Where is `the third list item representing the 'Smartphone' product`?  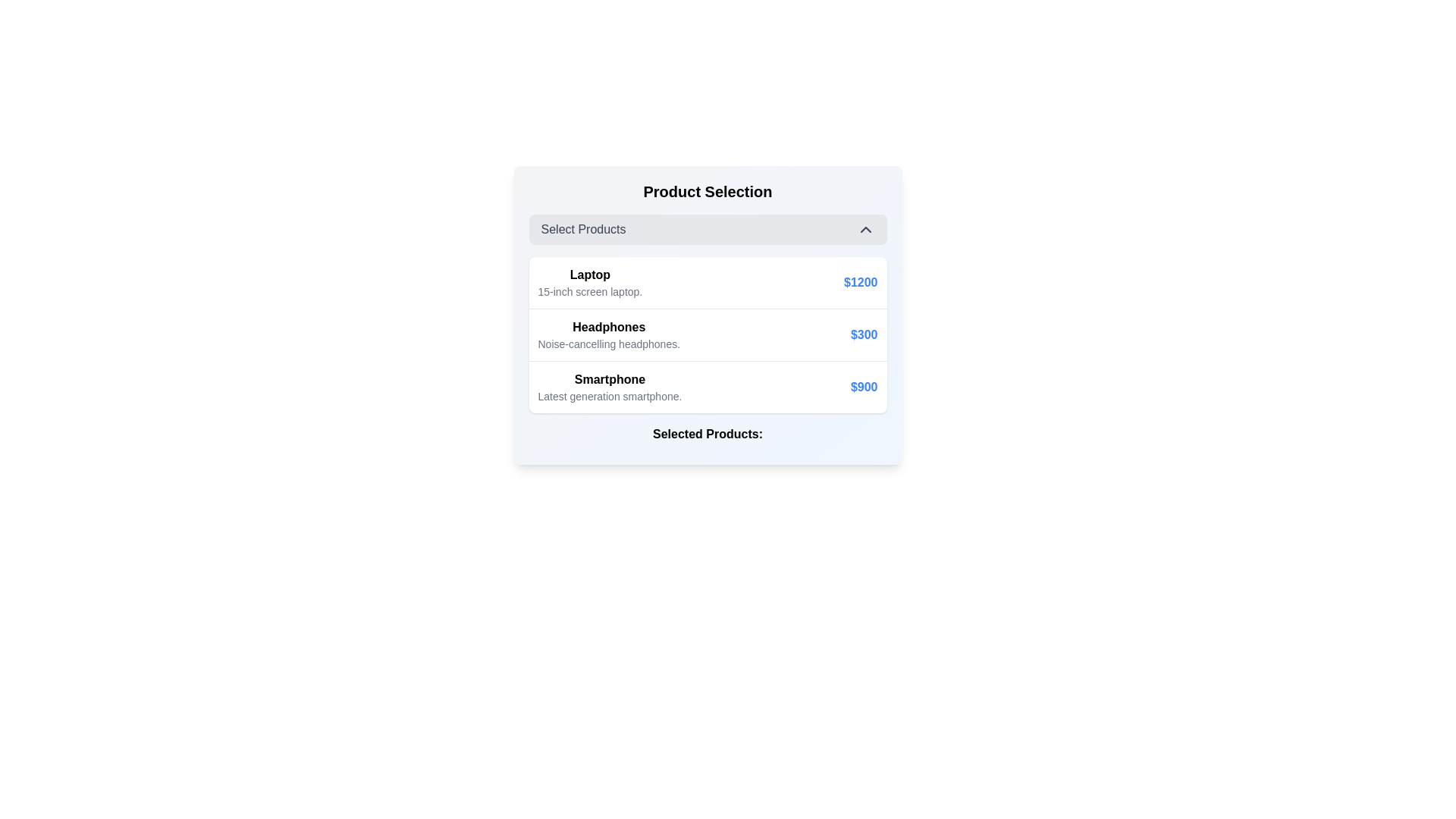 the third list item representing the 'Smartphone' product is located at coordinates (707, 386).